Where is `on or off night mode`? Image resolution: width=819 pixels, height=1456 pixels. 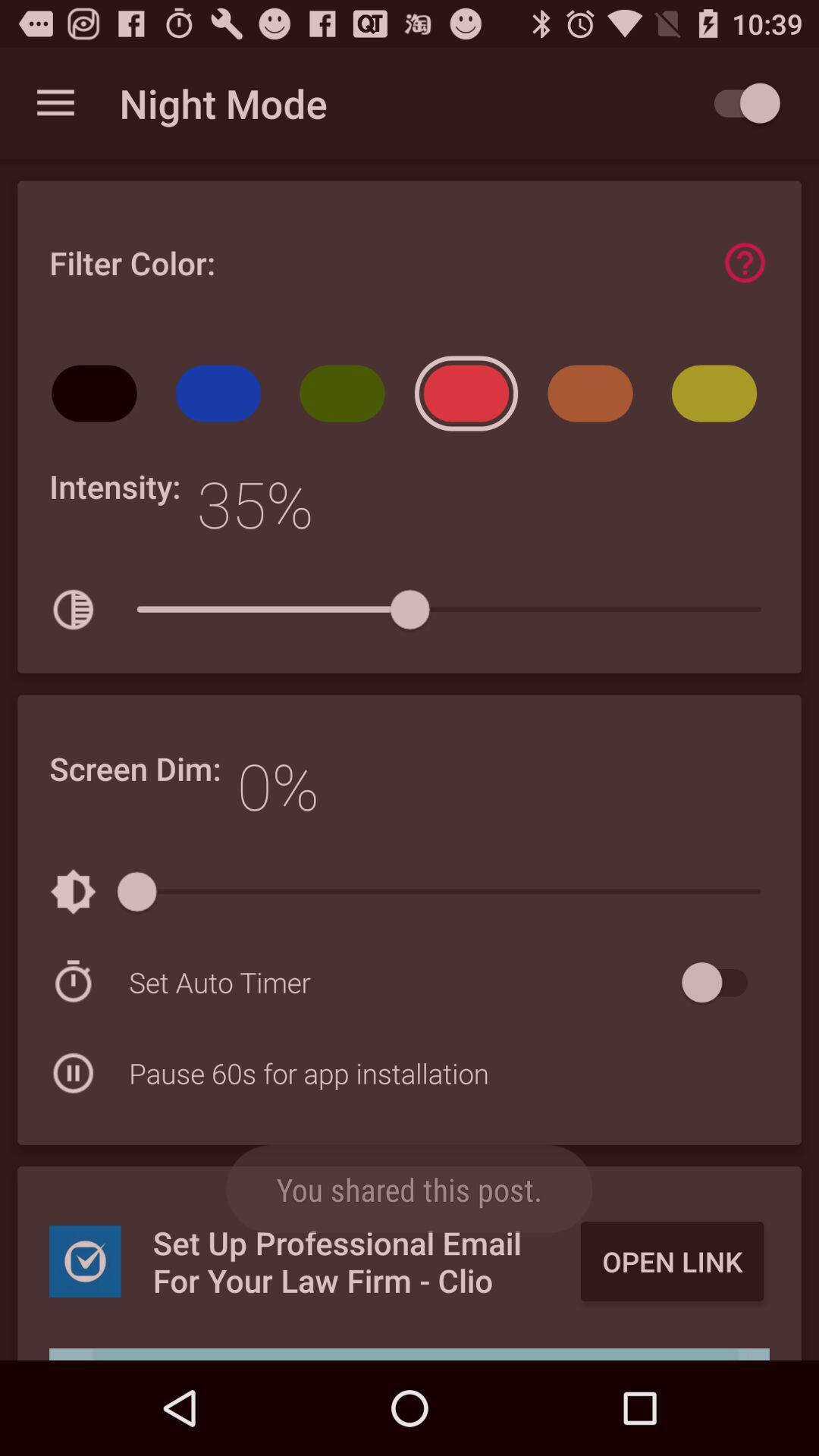 on or off night mode is located at coordinates (739, 102).